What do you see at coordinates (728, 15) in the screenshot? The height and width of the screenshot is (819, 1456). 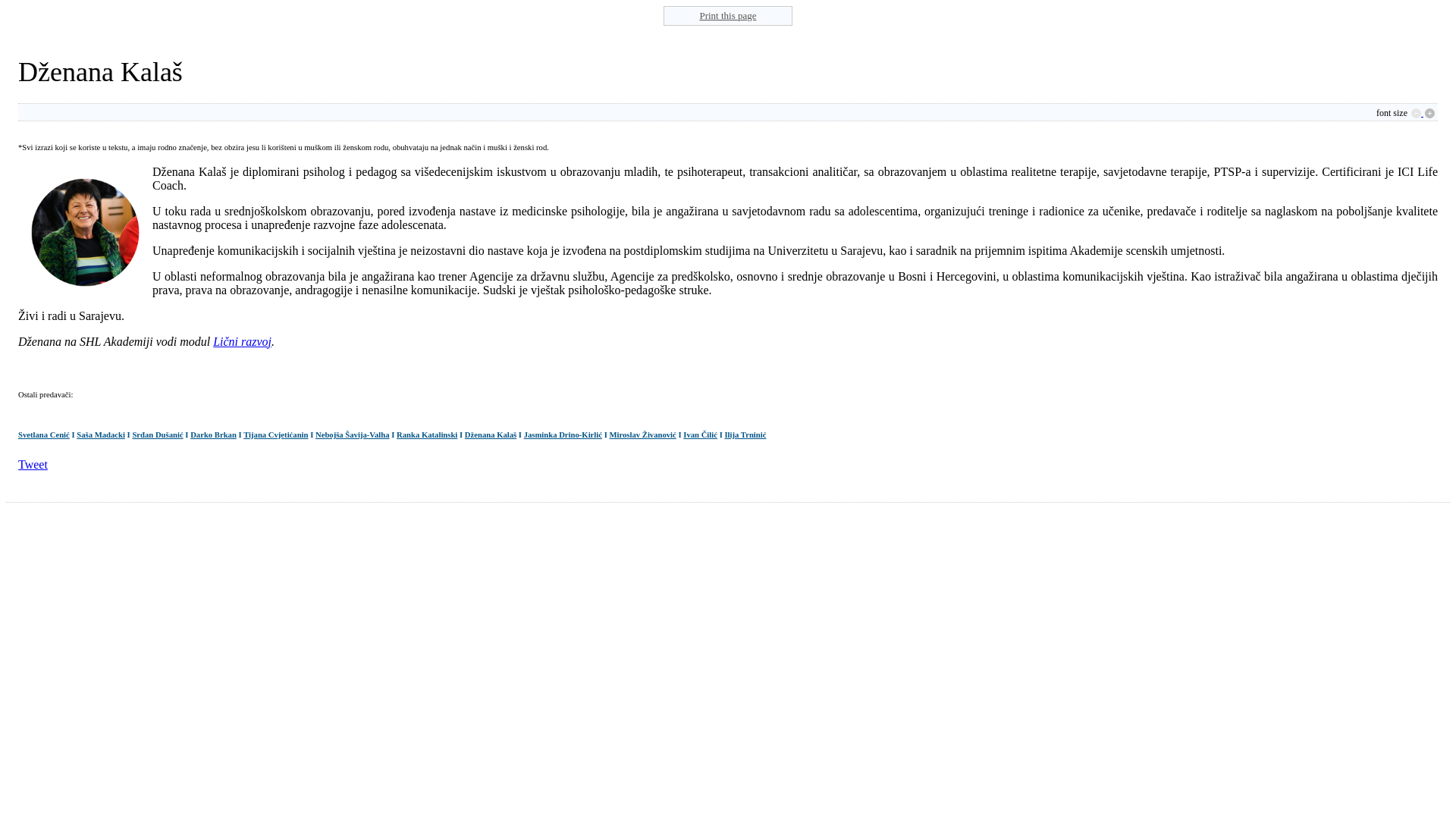 I see `'Print this page'` at bounding box center [728, 15].